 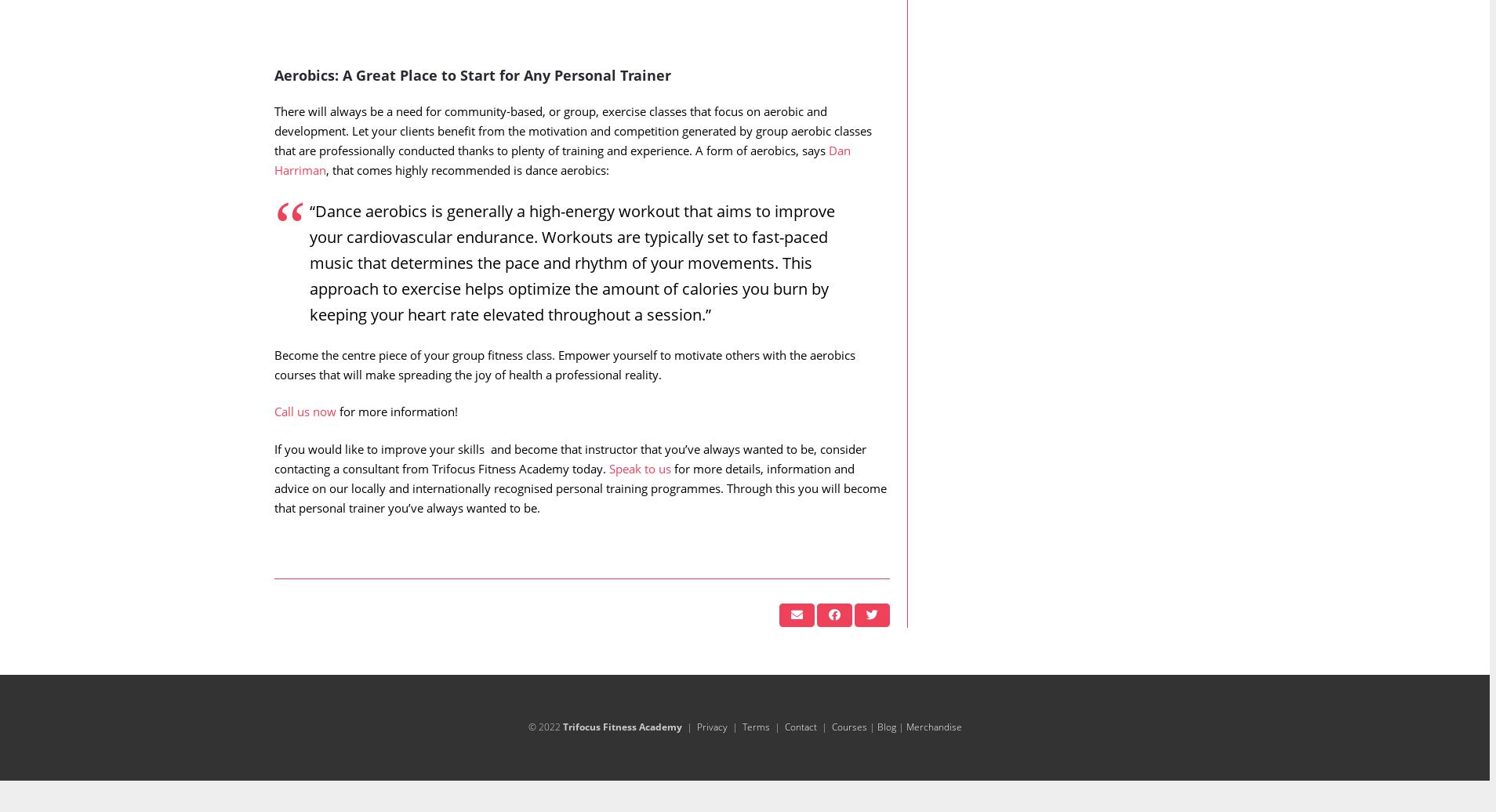 I want to click on 'There will always be a need for community-based, or group, exercise classes that focus on aerobic and development. Let your clients benefit from the motivation and competition generated by group aerobic classes that are professionally conducted thanks to plenty of training and experience. A form of aerobics, says', so click(x=572, y=161).